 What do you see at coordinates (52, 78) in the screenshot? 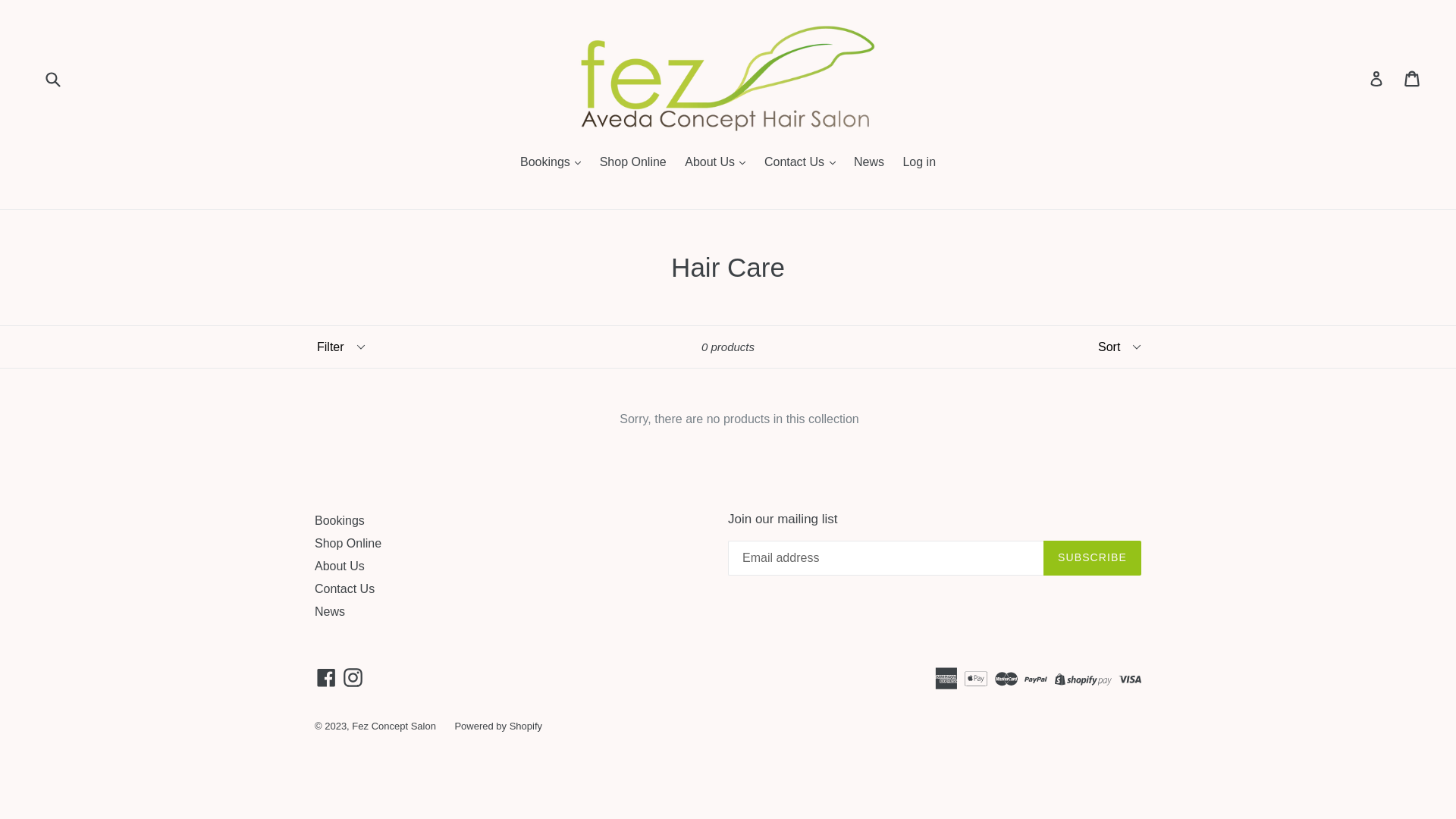
I see `'Submit'` at bounding box center [52, 78].